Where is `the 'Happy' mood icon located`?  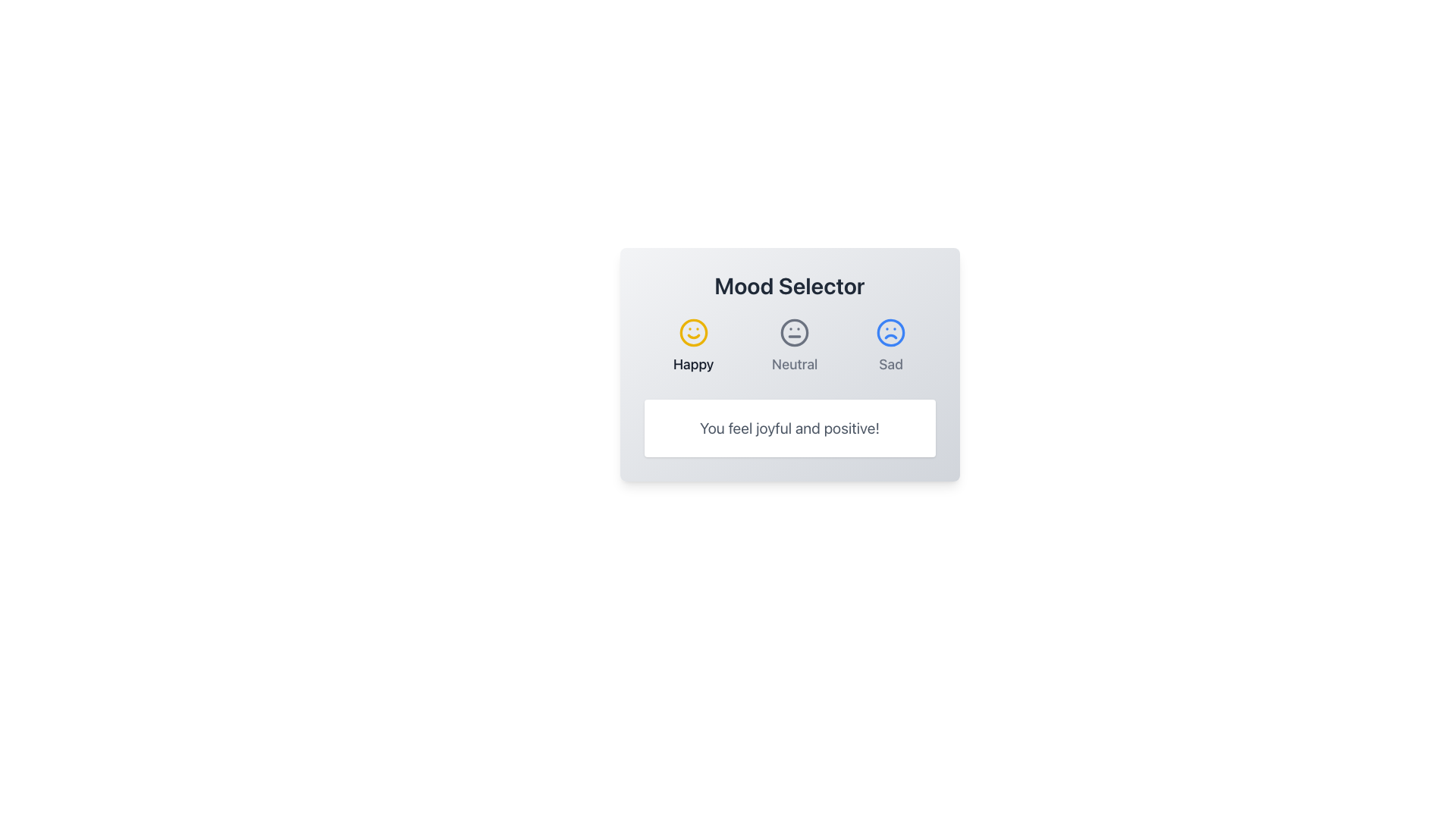
the 'Happy' mood icon located is located at coordinates (692, 332).